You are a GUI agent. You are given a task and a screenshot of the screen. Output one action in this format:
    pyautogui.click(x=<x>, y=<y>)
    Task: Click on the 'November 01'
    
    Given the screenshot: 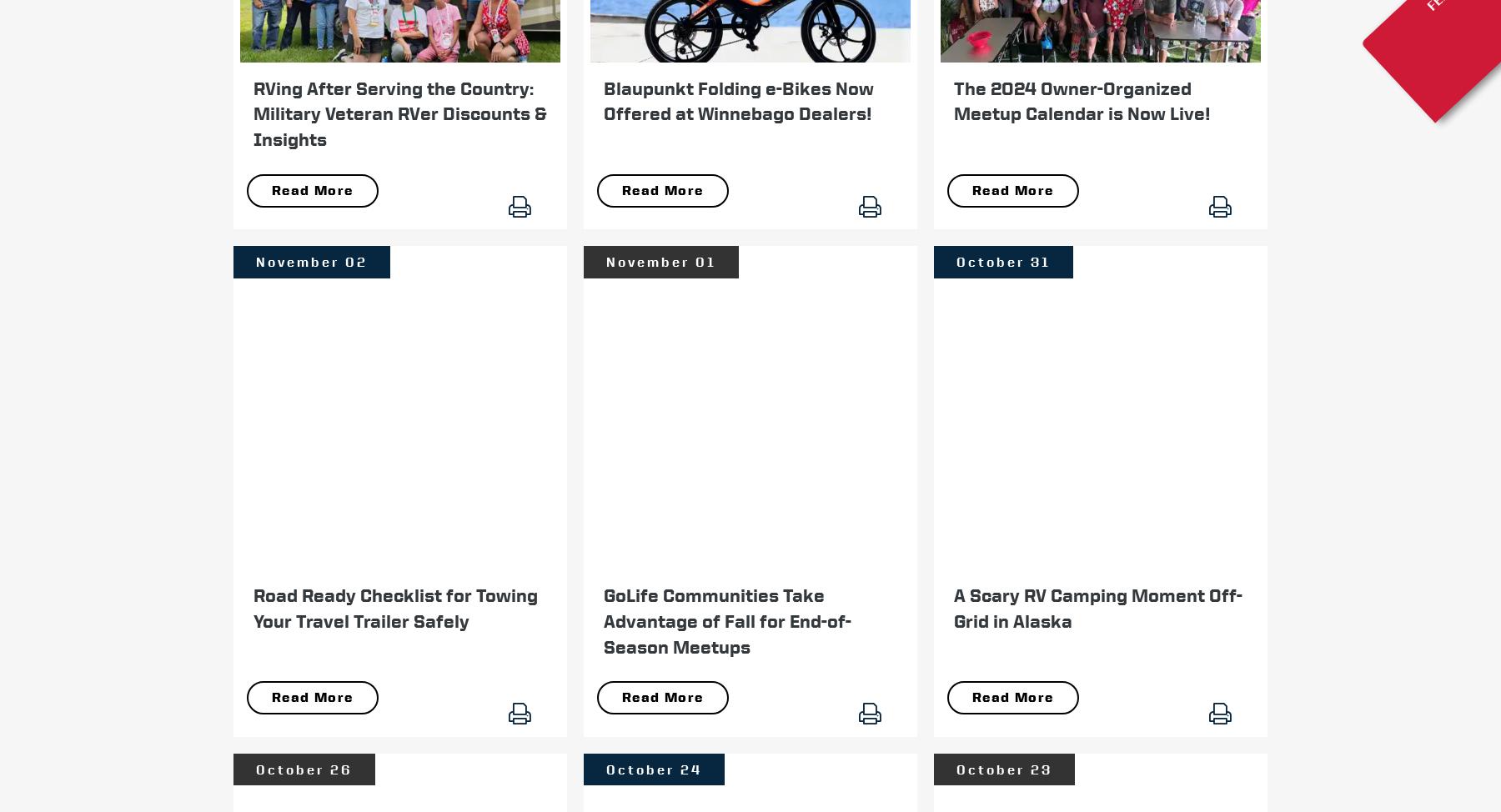 What is the action you would take?
    pyautogui.click(x=661, y=261)
    